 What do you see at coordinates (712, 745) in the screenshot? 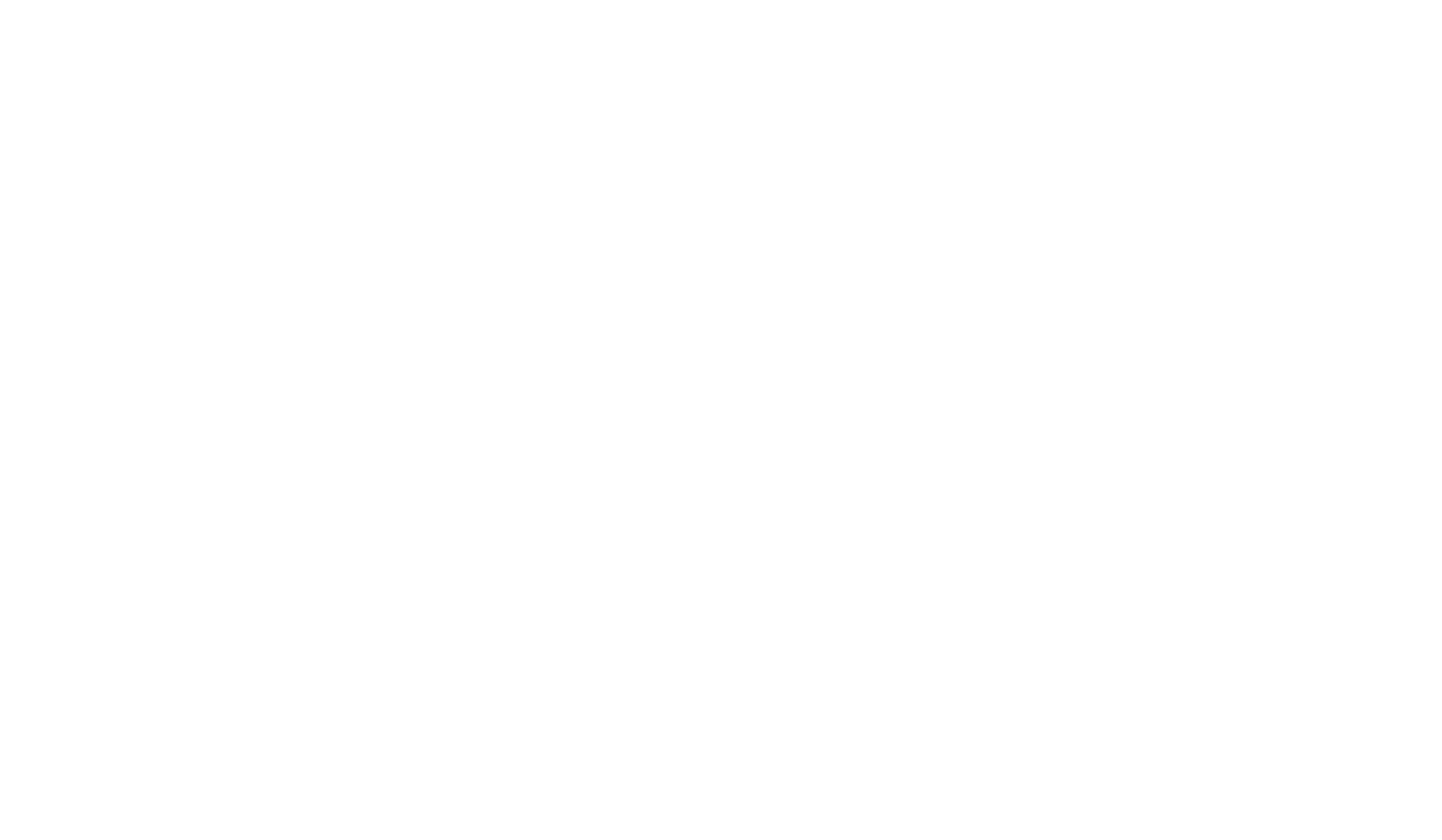
I see `'Discover now'` at bounding box center [712, 745].